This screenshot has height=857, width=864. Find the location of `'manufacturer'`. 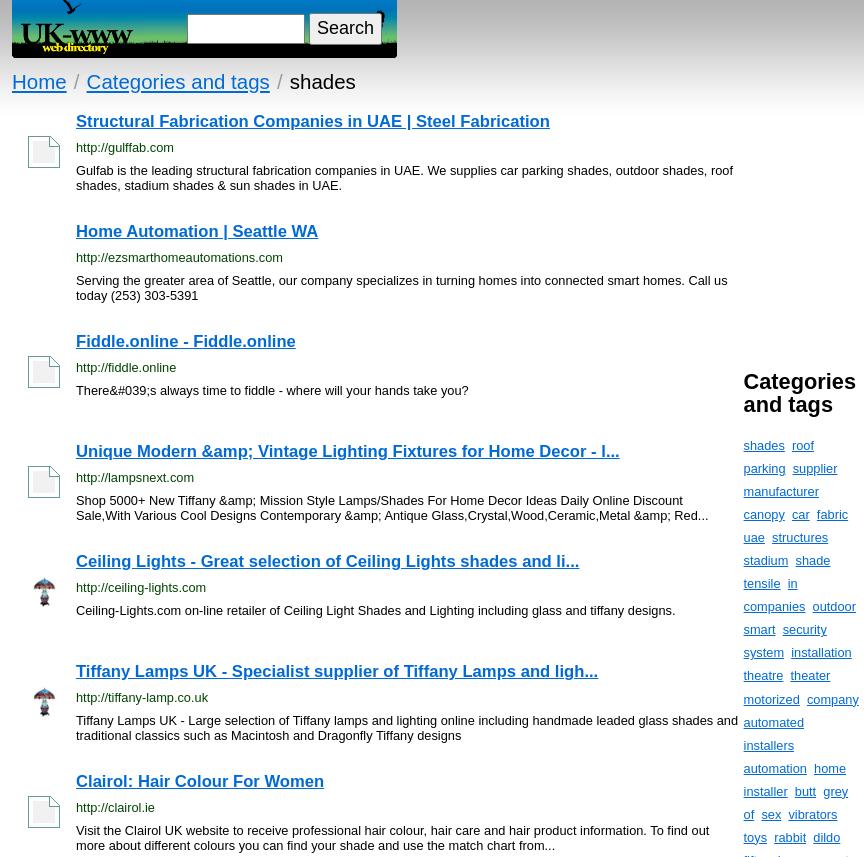

'manufacturer' is located at coordinates (743, 491).